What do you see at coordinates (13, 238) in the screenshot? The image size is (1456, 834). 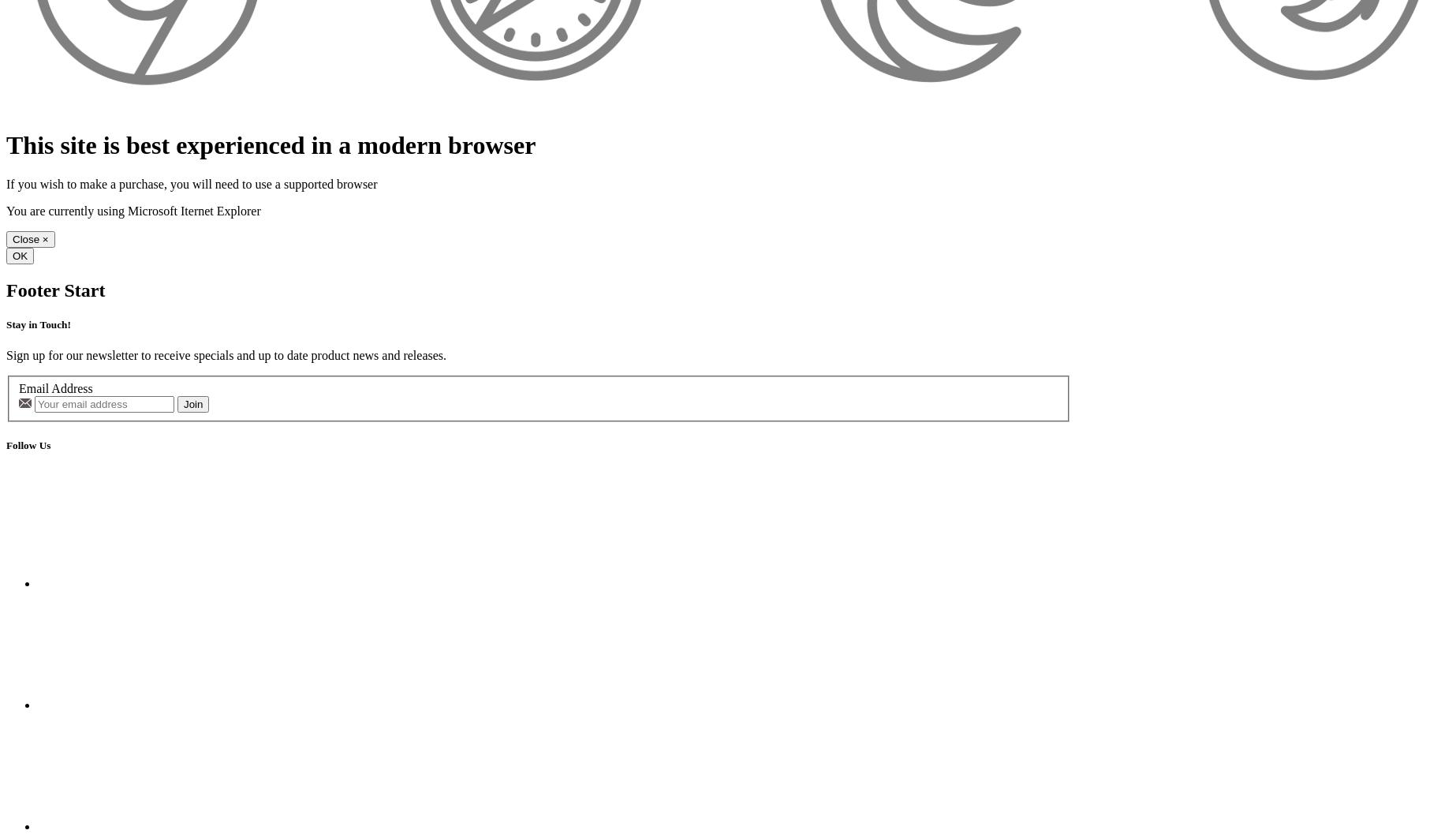 I see `'Close'` at bounding box center [13, 238].